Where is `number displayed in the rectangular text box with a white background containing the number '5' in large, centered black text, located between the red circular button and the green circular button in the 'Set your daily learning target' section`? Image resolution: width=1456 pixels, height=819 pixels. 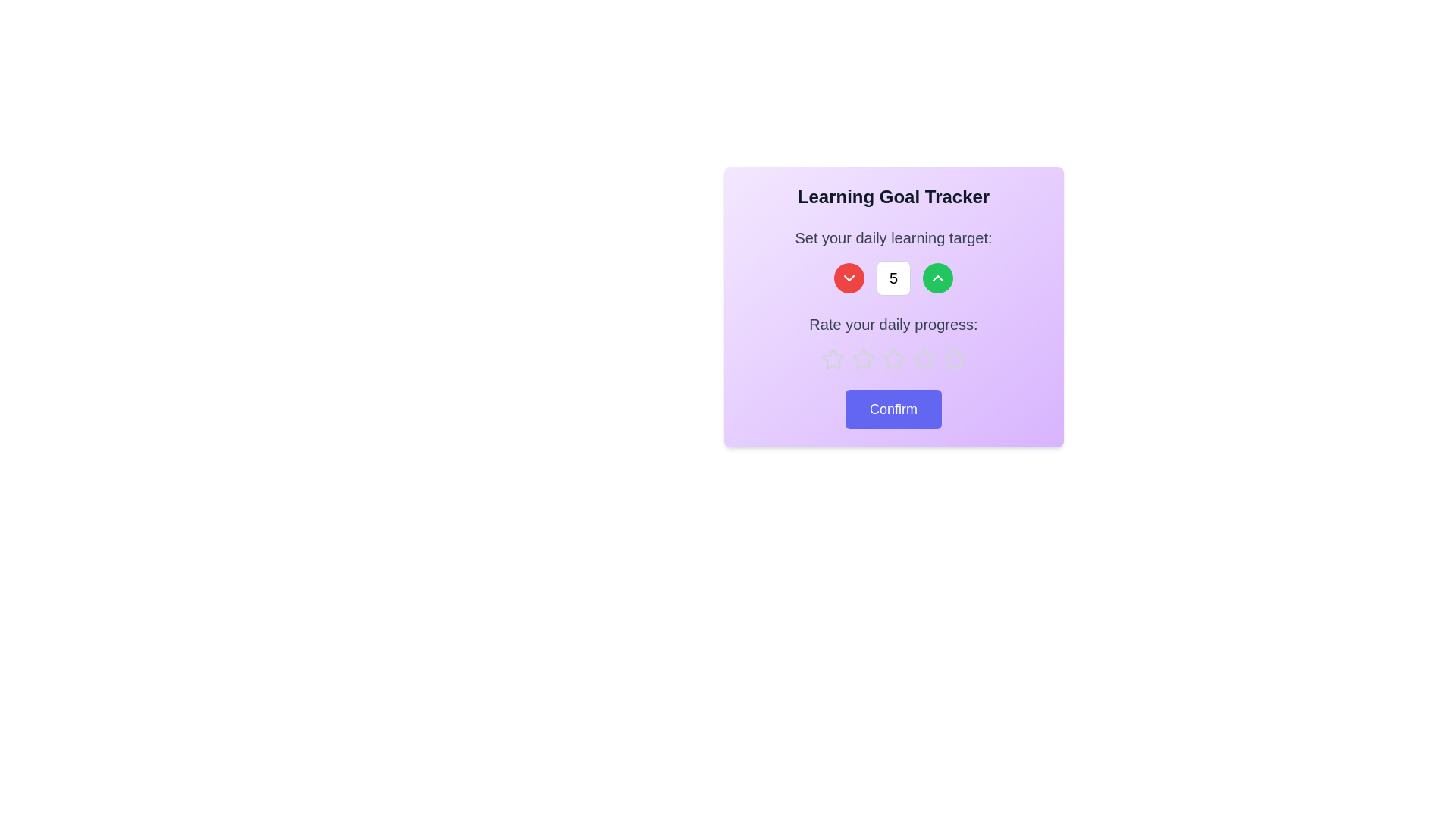 number displayed in the rectangular text box with a white background containing the number '5' in large, centered black text, located between the red circular button and the green circular button in the 'Set your daily learning target' section is located at coordinates (893, 278).